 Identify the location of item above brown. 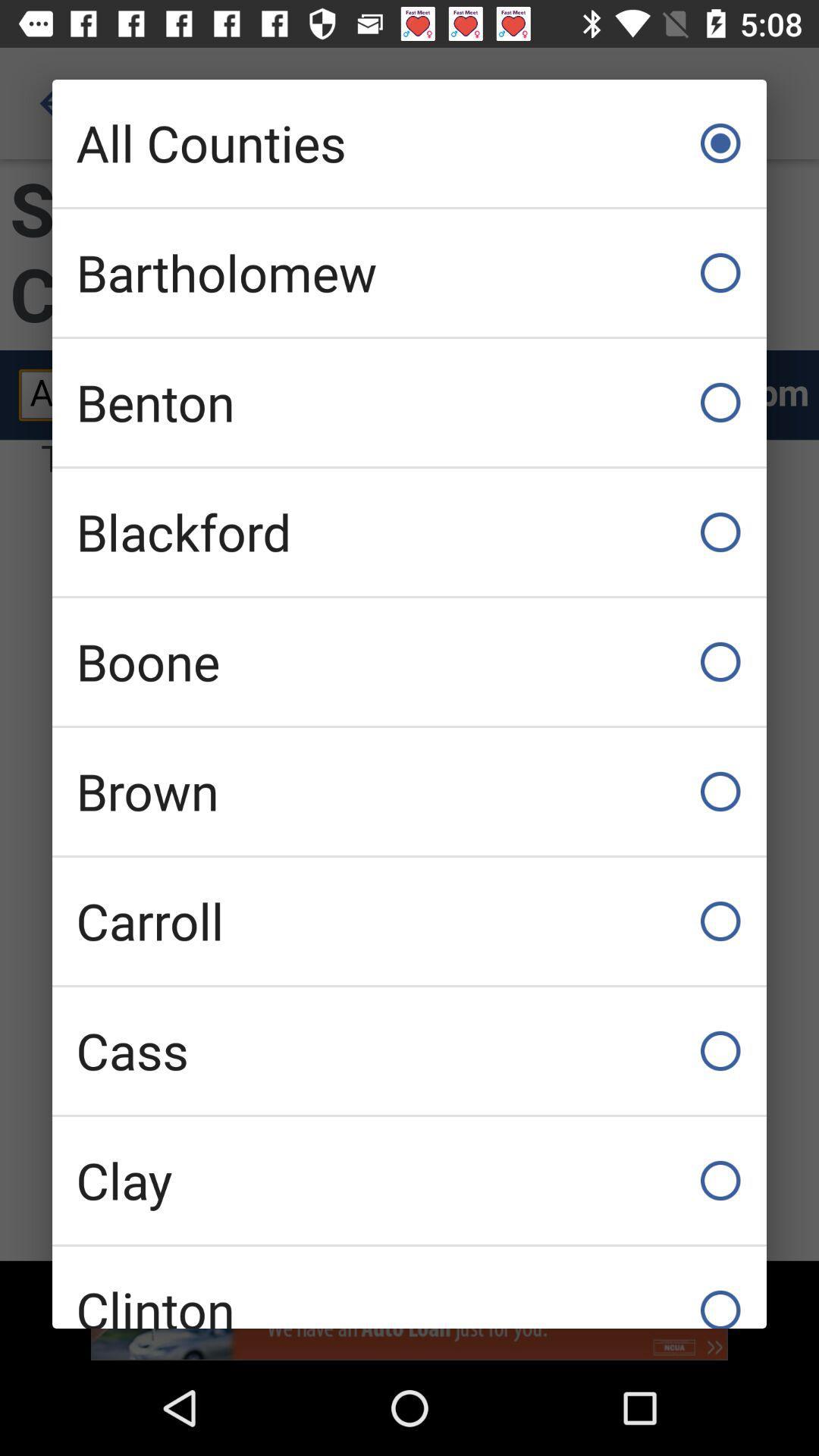
(409, 662).